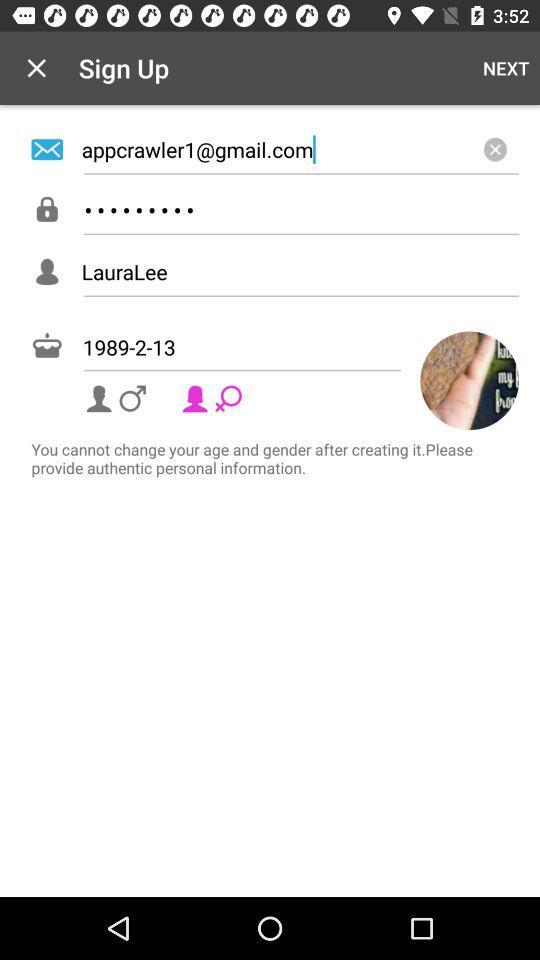 The height and width of the screenshot is (960, 540). I want to click on item below the next icon, so click(494, 148).